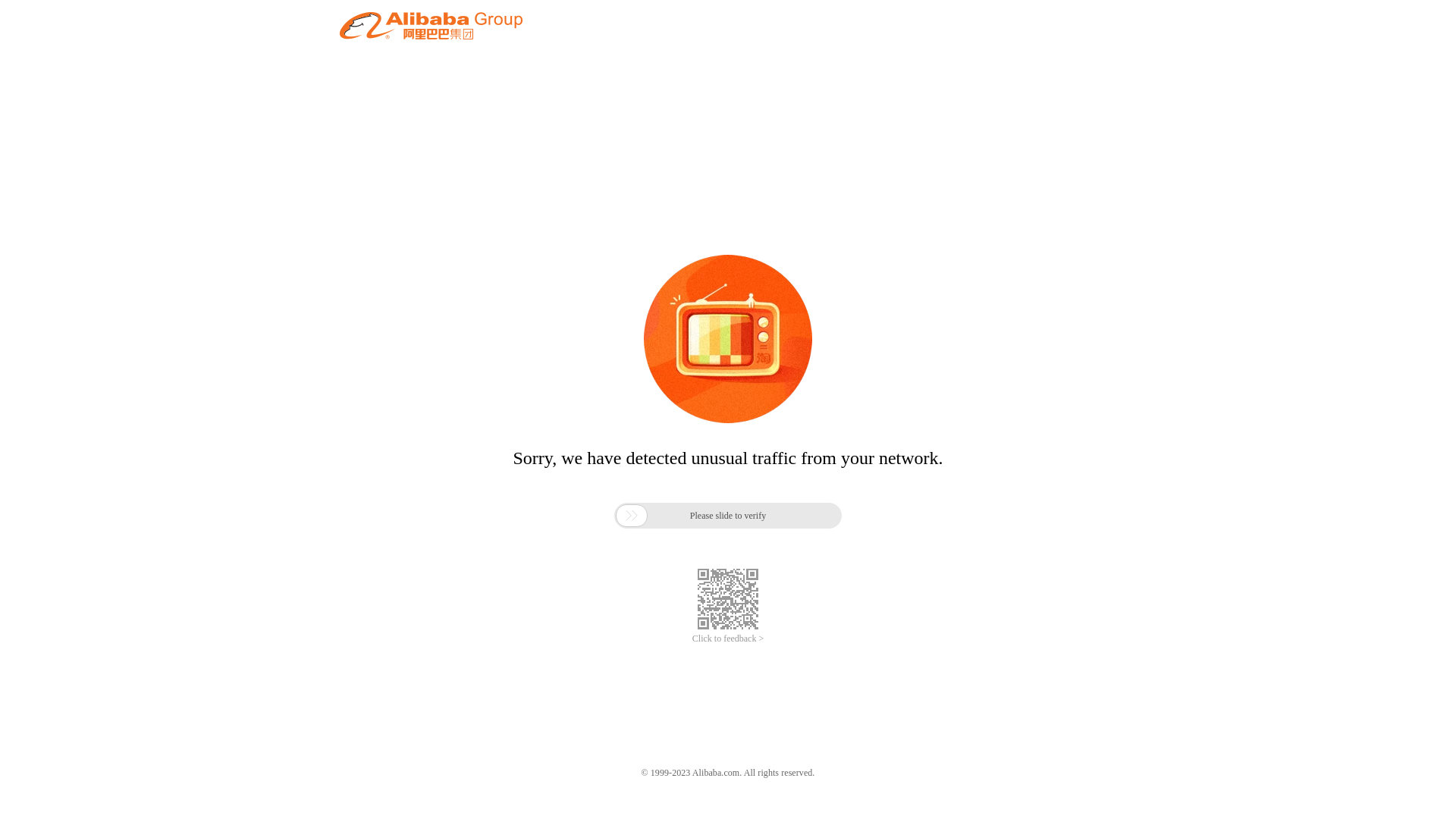 The width and height of the screenshot is (1456, 819). Describe the element at coordinates (728, 639) in the screenshot. I see `'Click to feedback >'` at that location.